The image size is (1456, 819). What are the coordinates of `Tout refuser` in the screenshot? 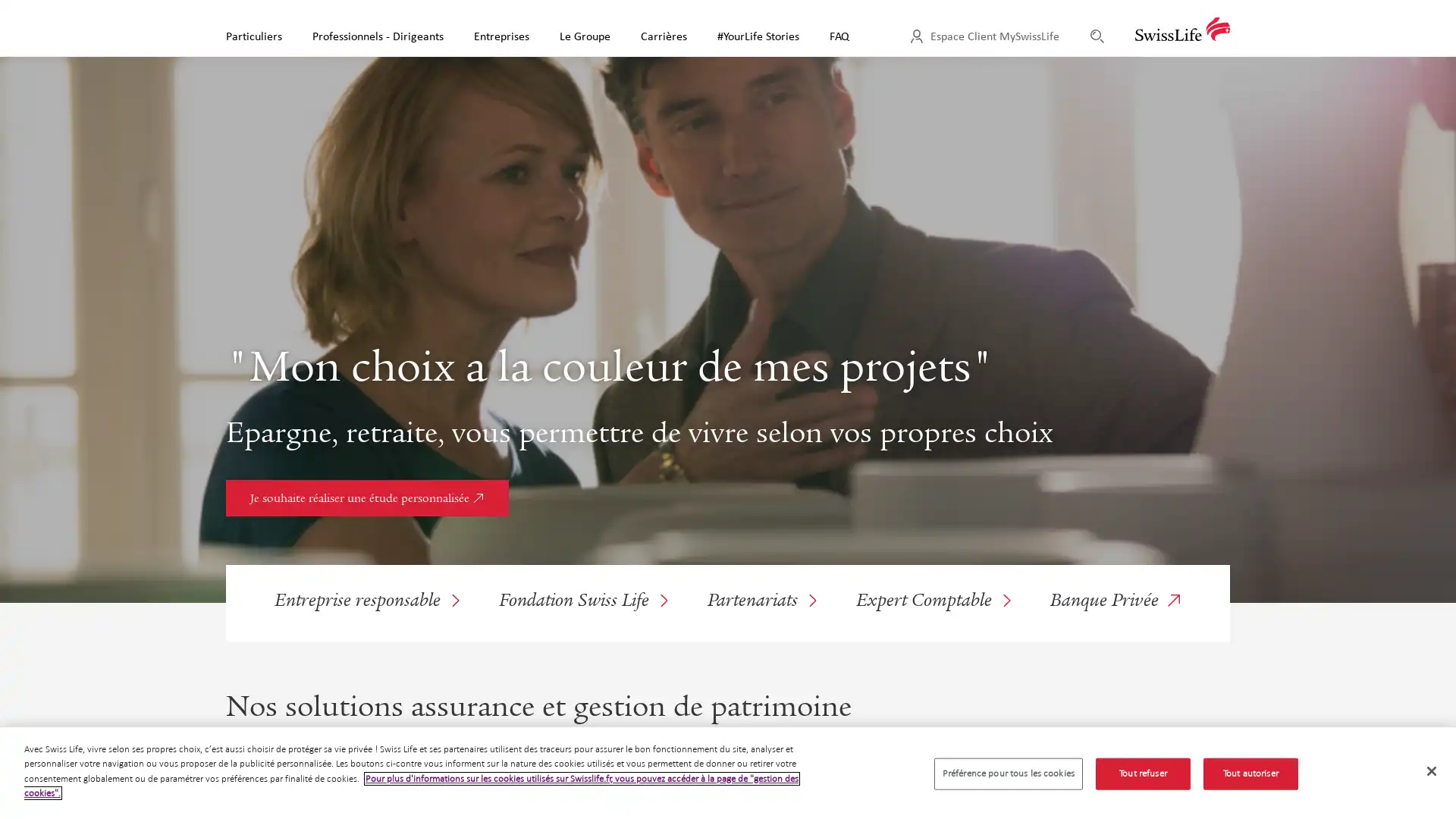 It's located at (1142, 773).